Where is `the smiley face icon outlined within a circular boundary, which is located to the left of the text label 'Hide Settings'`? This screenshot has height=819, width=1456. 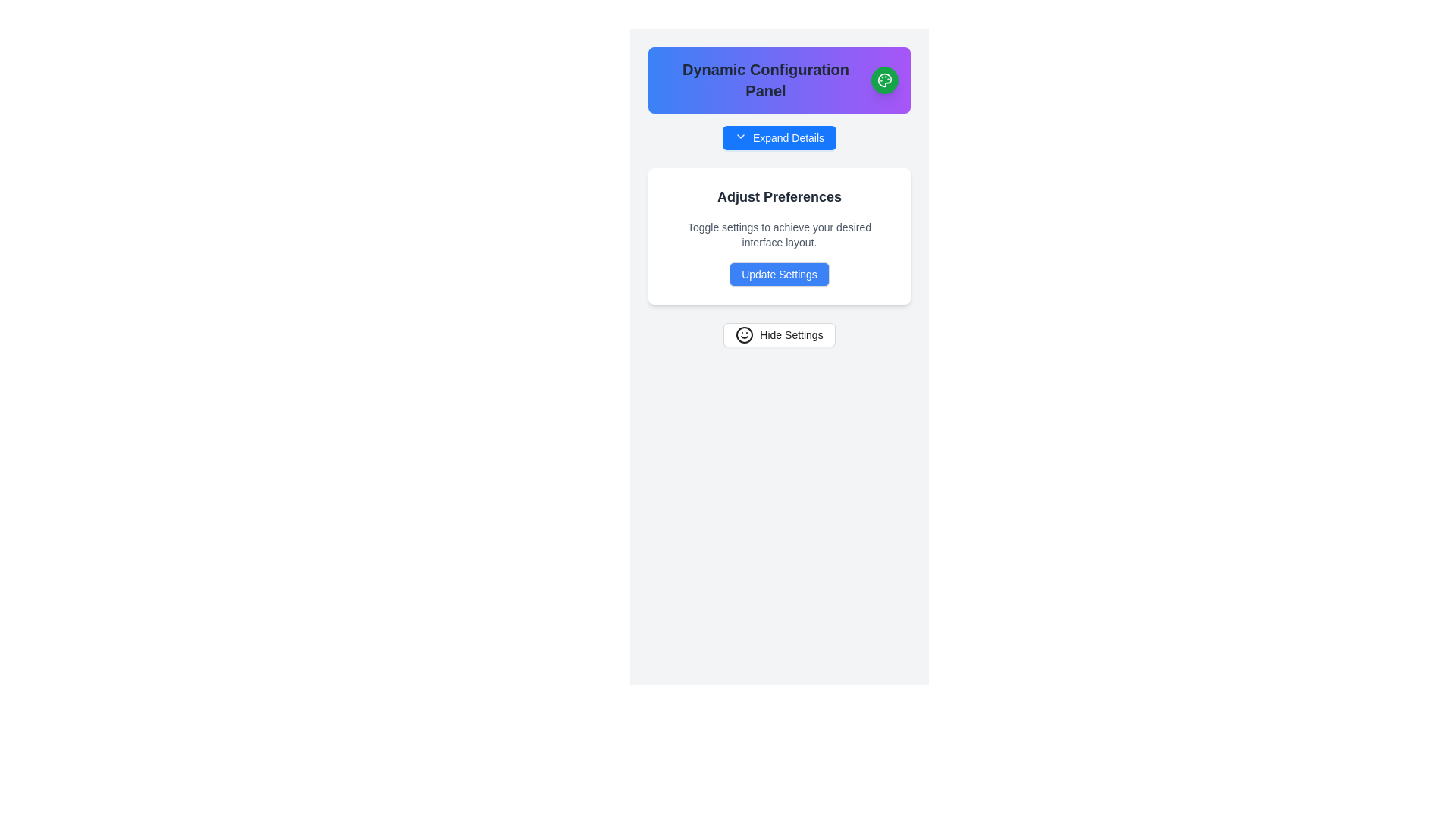
the smiley face icon outlined within a circular boundary, which is located to the left of the text label 'Hide Settings' is located at coordinates (745, 334).